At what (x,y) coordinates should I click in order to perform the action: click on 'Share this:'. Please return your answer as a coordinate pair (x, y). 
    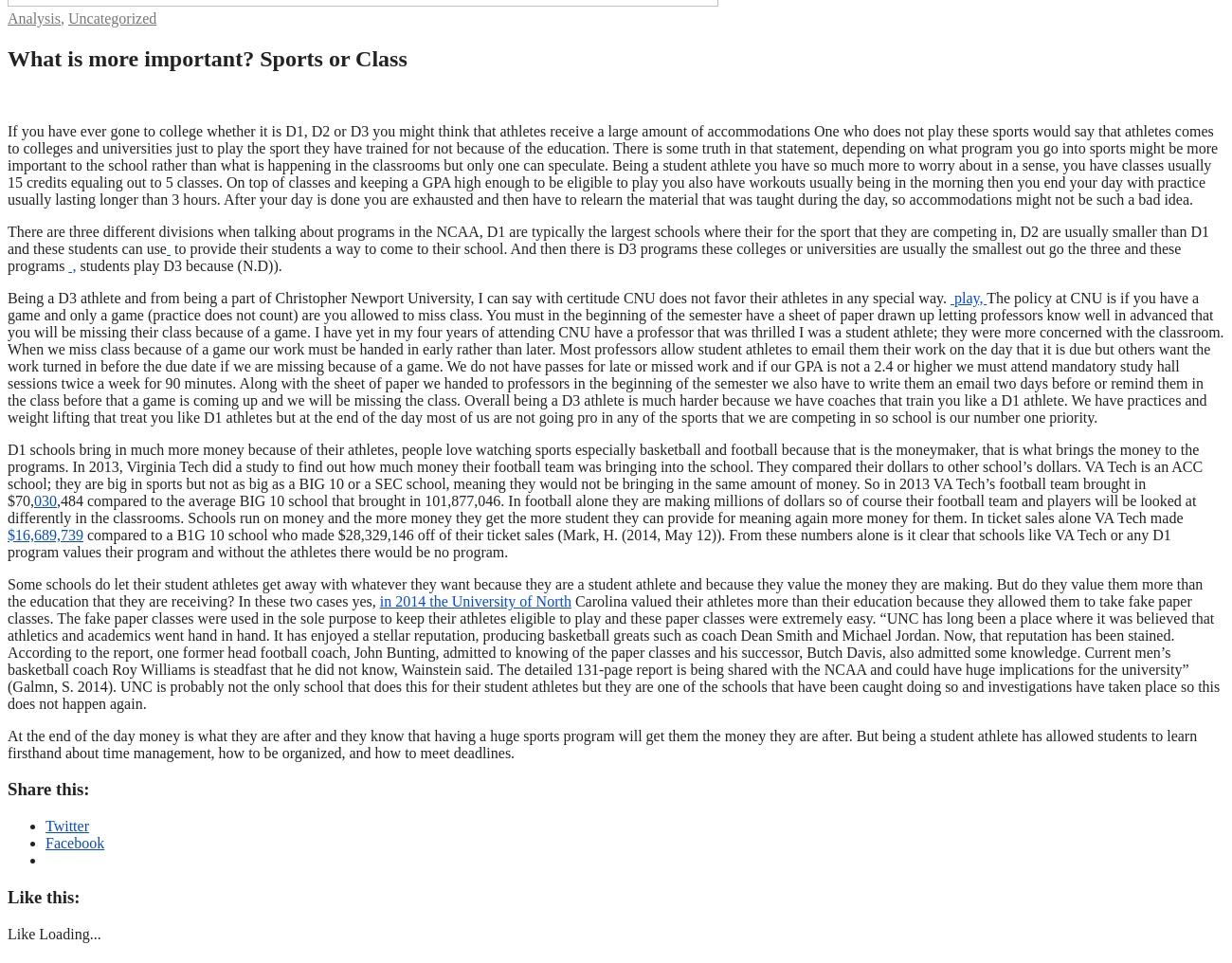
    Looking at the image, I should click on (46, 789).